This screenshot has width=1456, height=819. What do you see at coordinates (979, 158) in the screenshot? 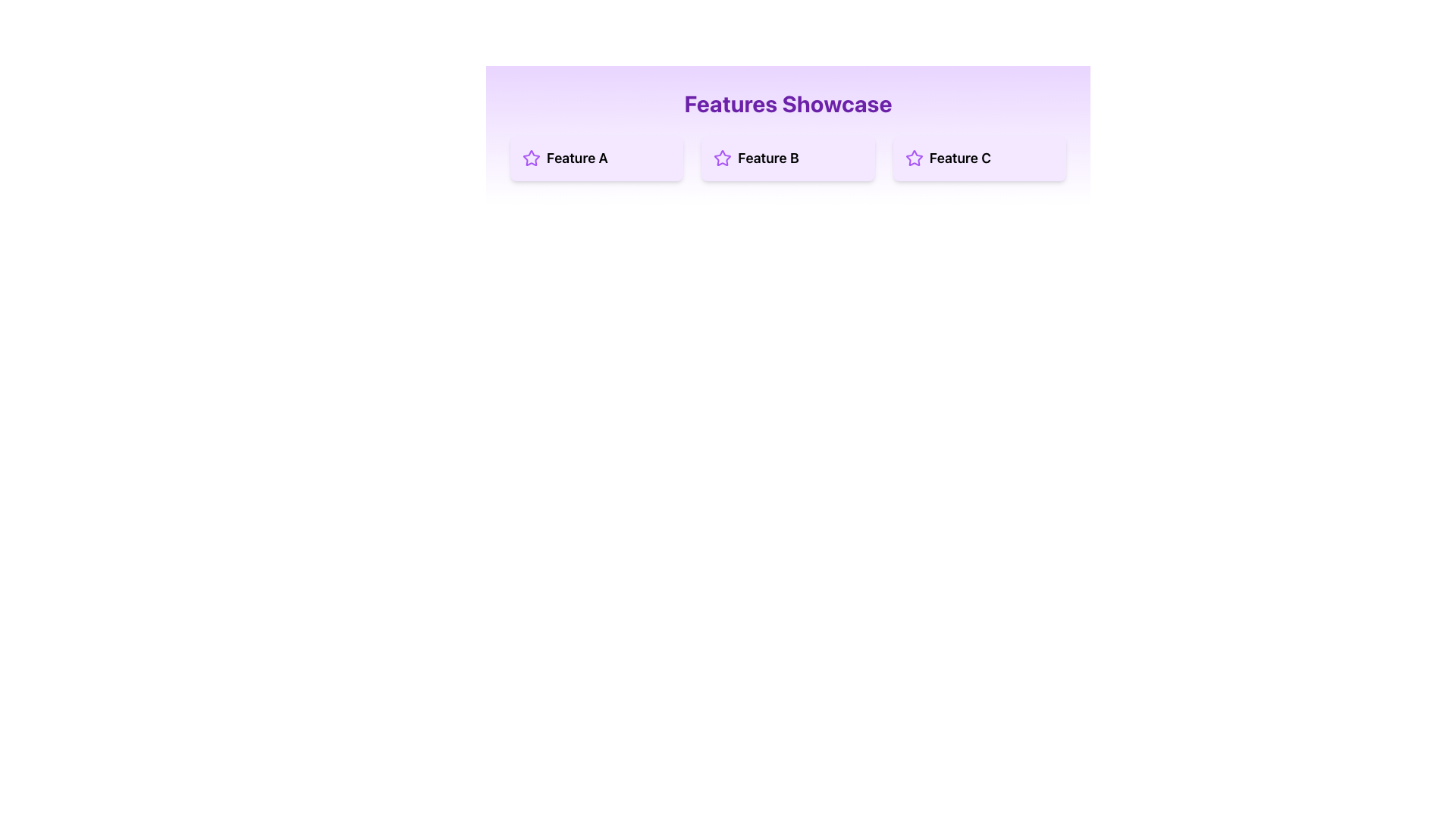
I see `the 'Feature C' text with a star icon` at bounding box center [979, 158].